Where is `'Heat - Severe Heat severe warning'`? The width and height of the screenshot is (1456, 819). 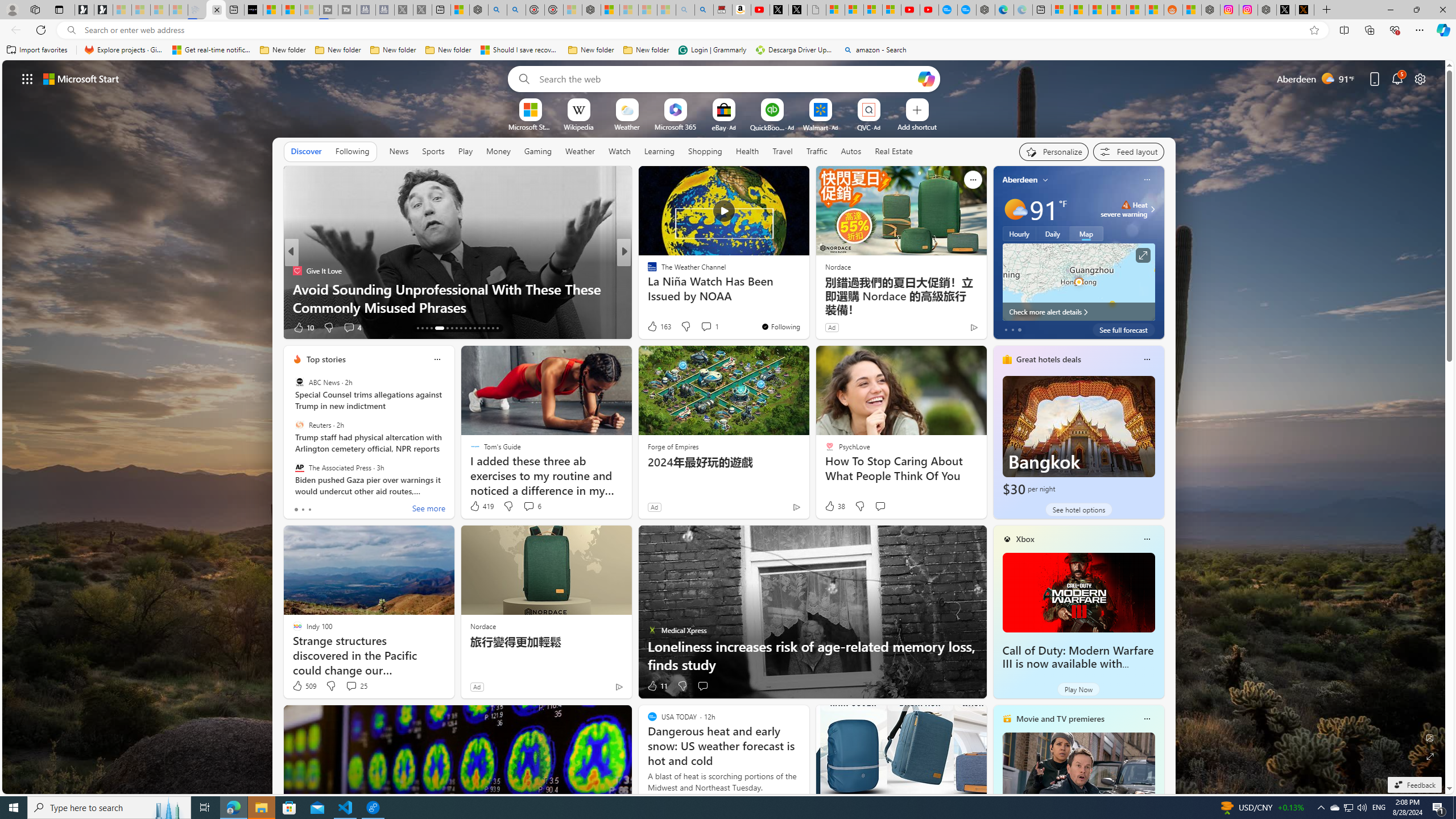 'Heat - Severe Heat severe warning' is located at coordinates (1124, 209).